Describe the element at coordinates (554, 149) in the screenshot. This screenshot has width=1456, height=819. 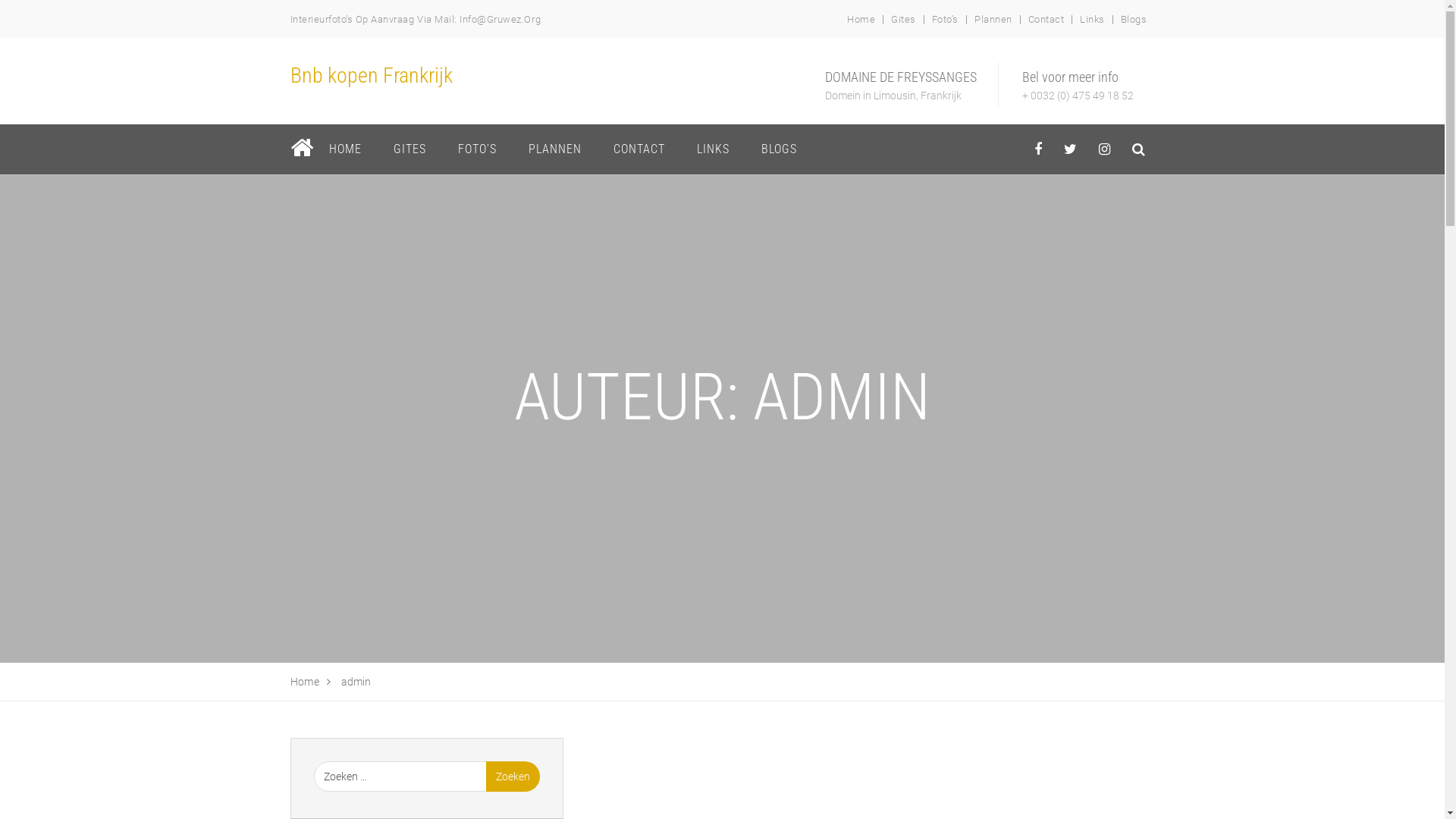
I see `'PLANNEN'` at that location.